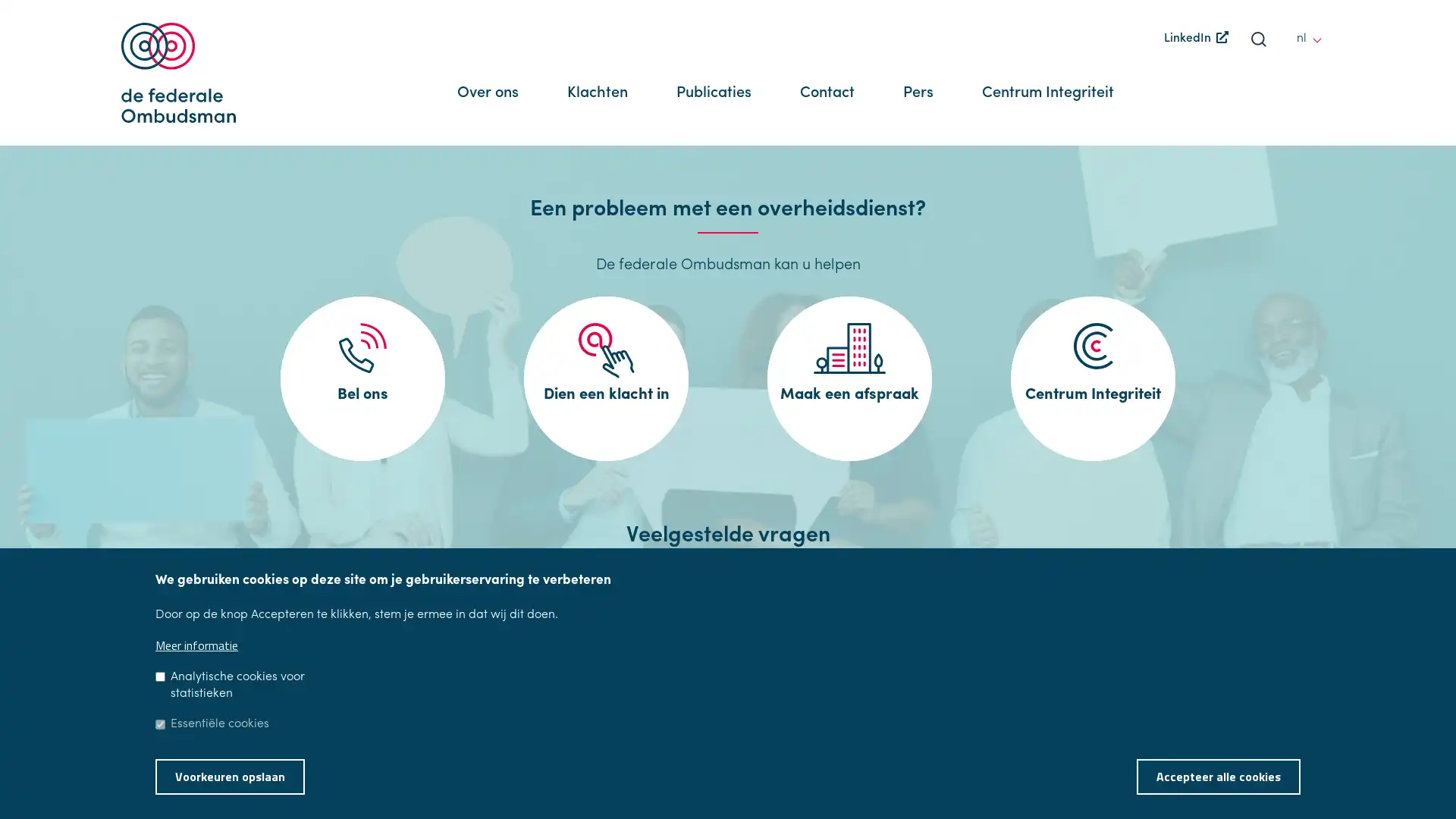 The width and height of the screenshot is (1456, 819). I want to click on Toestemming intrekken, so click(1319, 766).